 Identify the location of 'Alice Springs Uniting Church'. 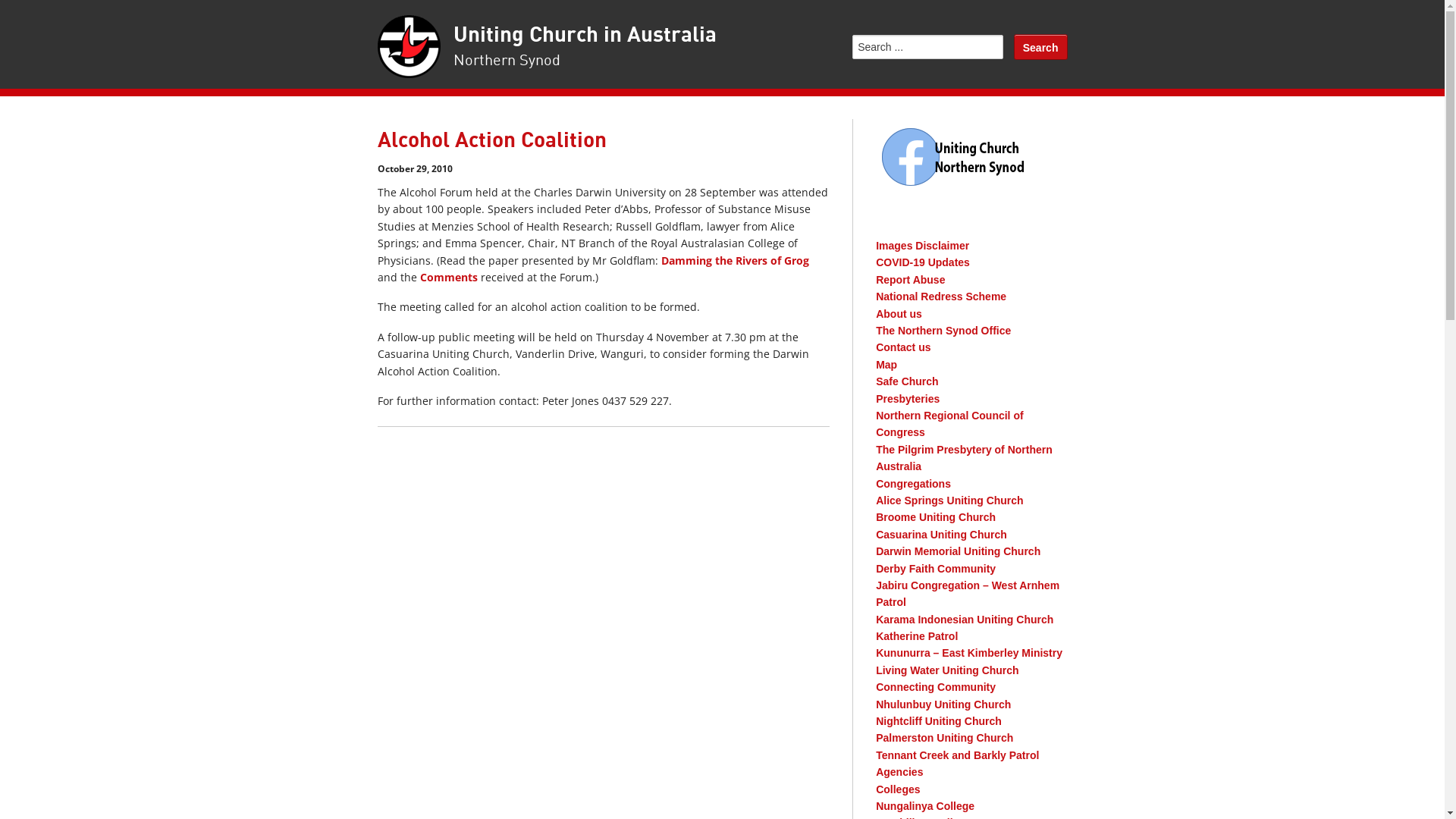
(949, 500).